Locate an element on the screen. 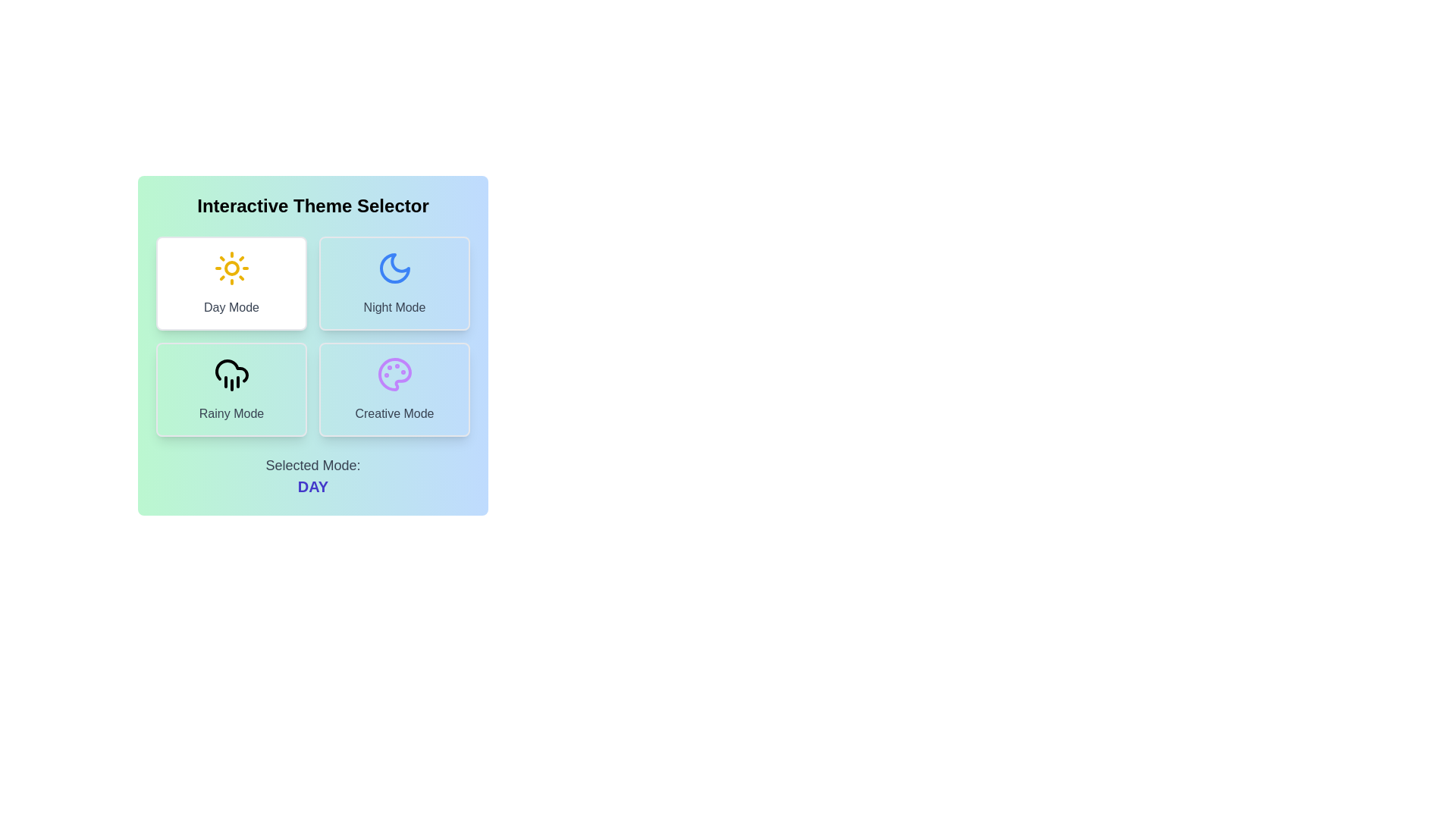 The width and height of the screenshot is (1456, 819). the Night Mode button to observe its hover effect is located at coordinates (394, 284).